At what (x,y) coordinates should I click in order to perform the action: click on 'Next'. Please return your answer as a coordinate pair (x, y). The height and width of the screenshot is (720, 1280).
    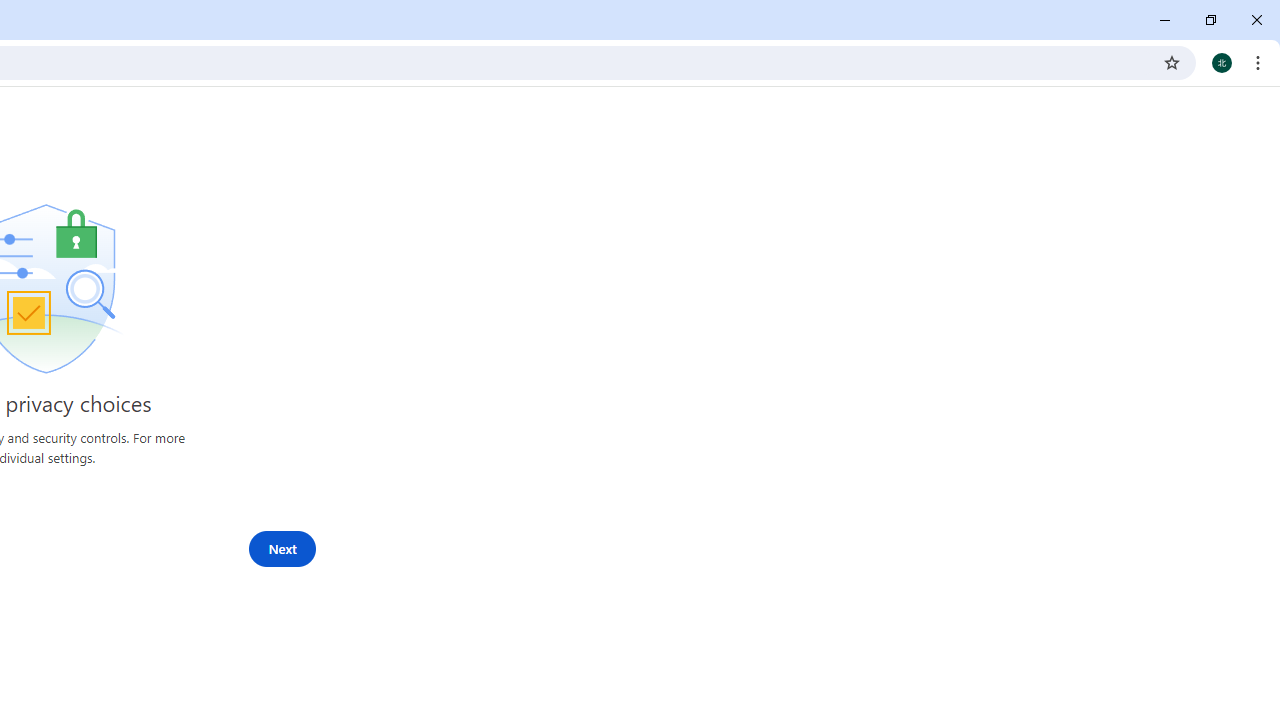
    Looking at the image, I should click on (281, 549).